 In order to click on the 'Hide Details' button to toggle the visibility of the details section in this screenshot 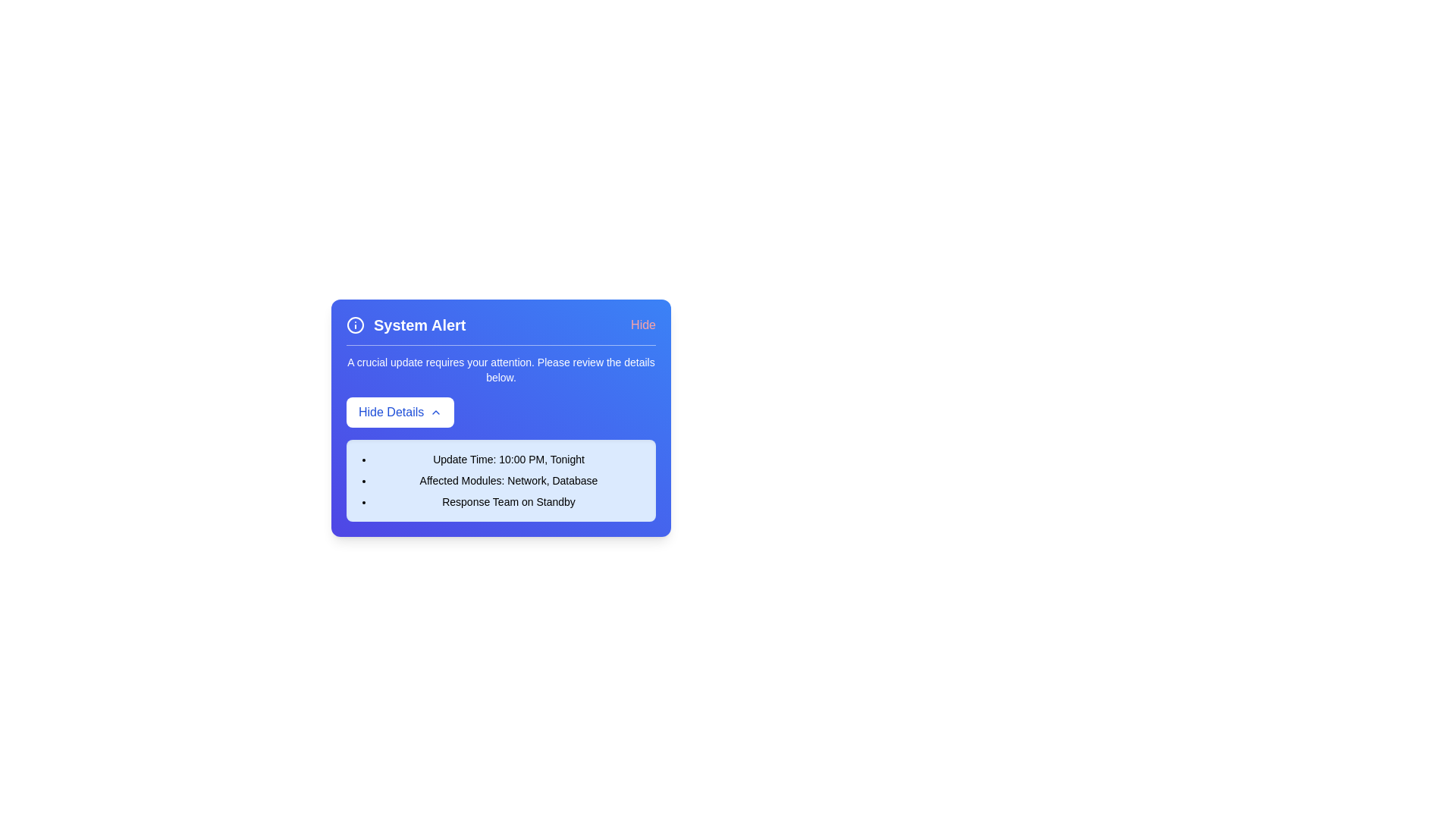, I will do `click(400, 412)`.